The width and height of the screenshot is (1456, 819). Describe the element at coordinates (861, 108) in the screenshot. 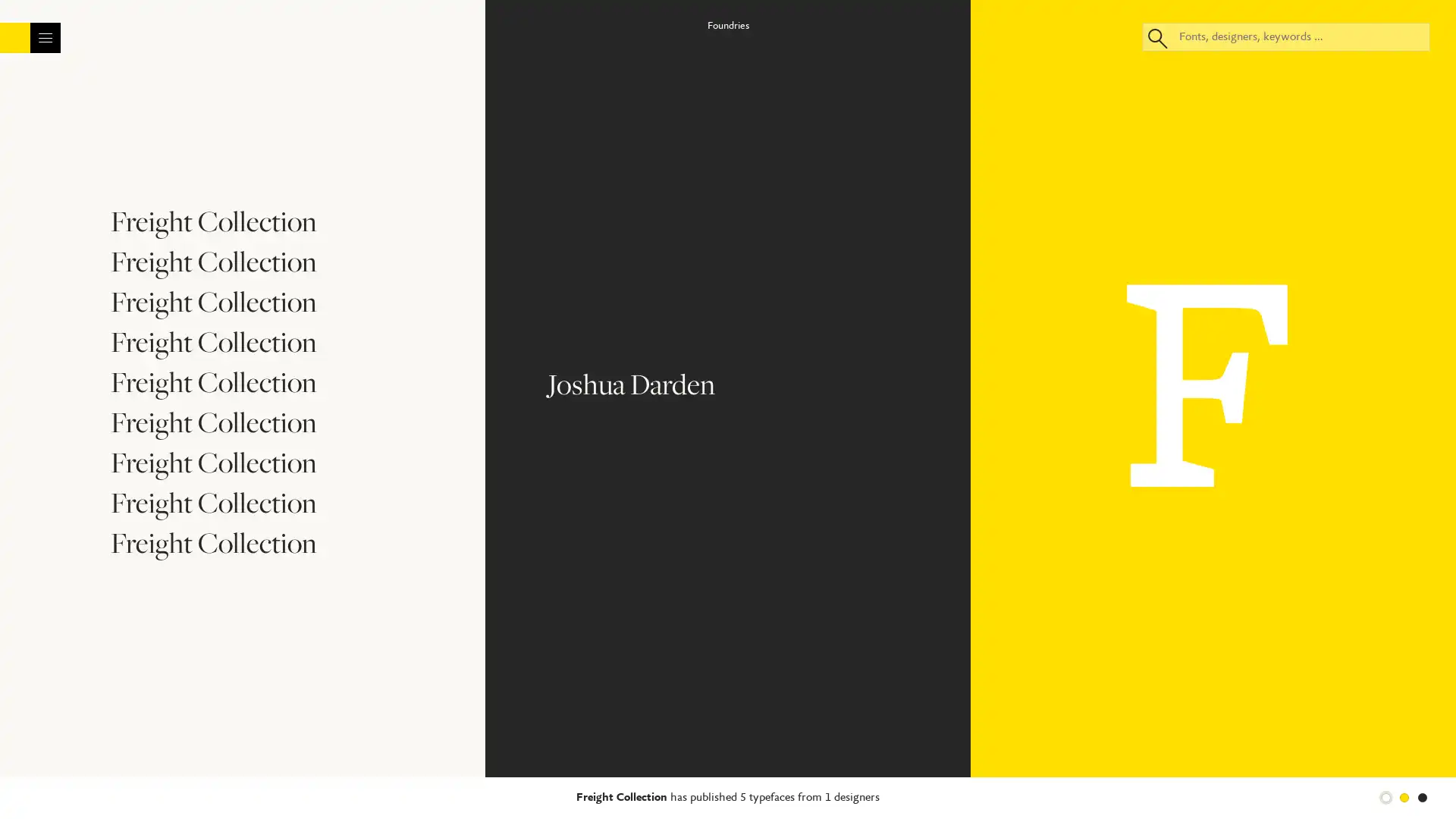

I see `Close` at that location.